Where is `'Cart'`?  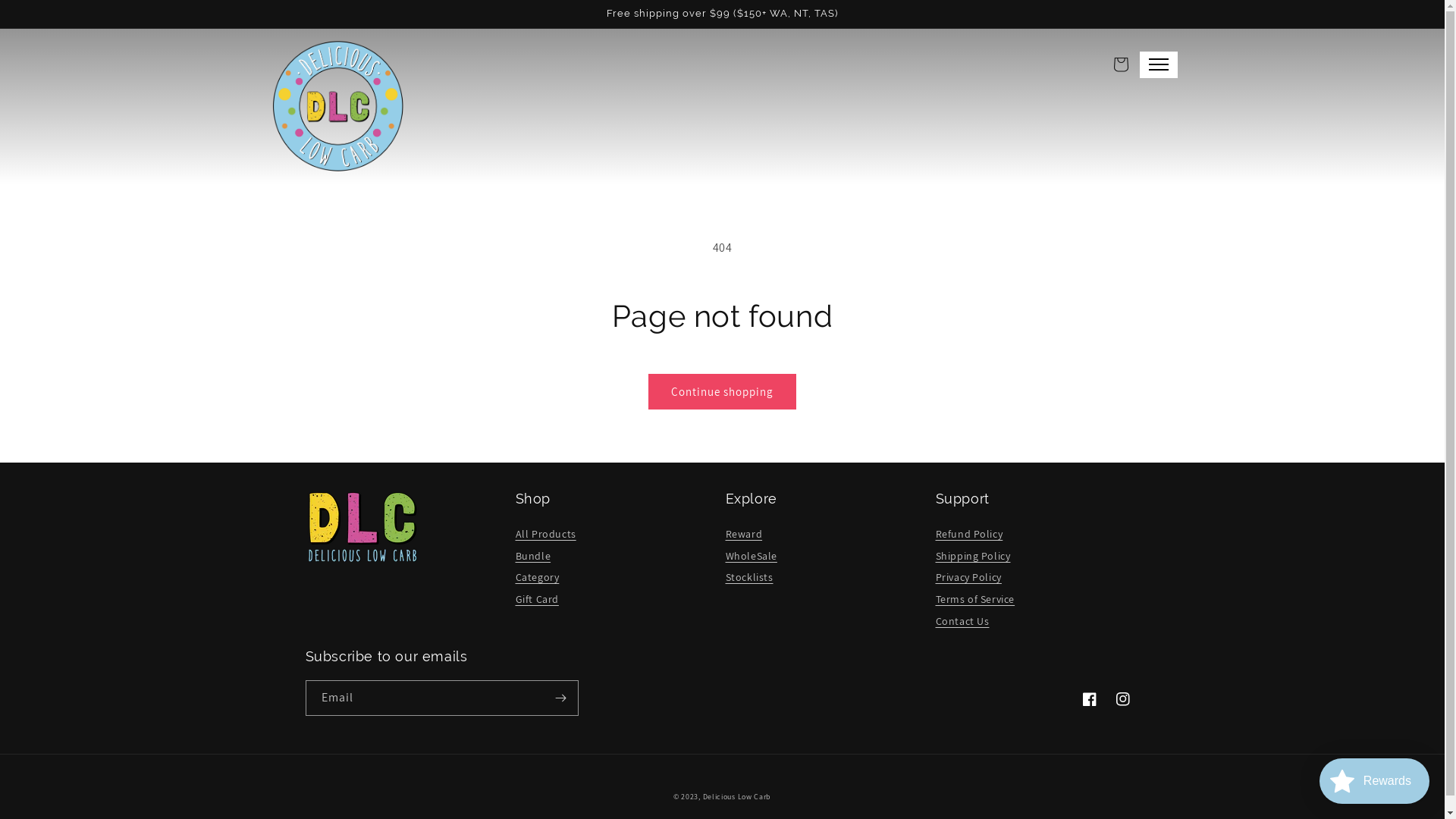 'Cart' is located at coordinates (1103, 63).